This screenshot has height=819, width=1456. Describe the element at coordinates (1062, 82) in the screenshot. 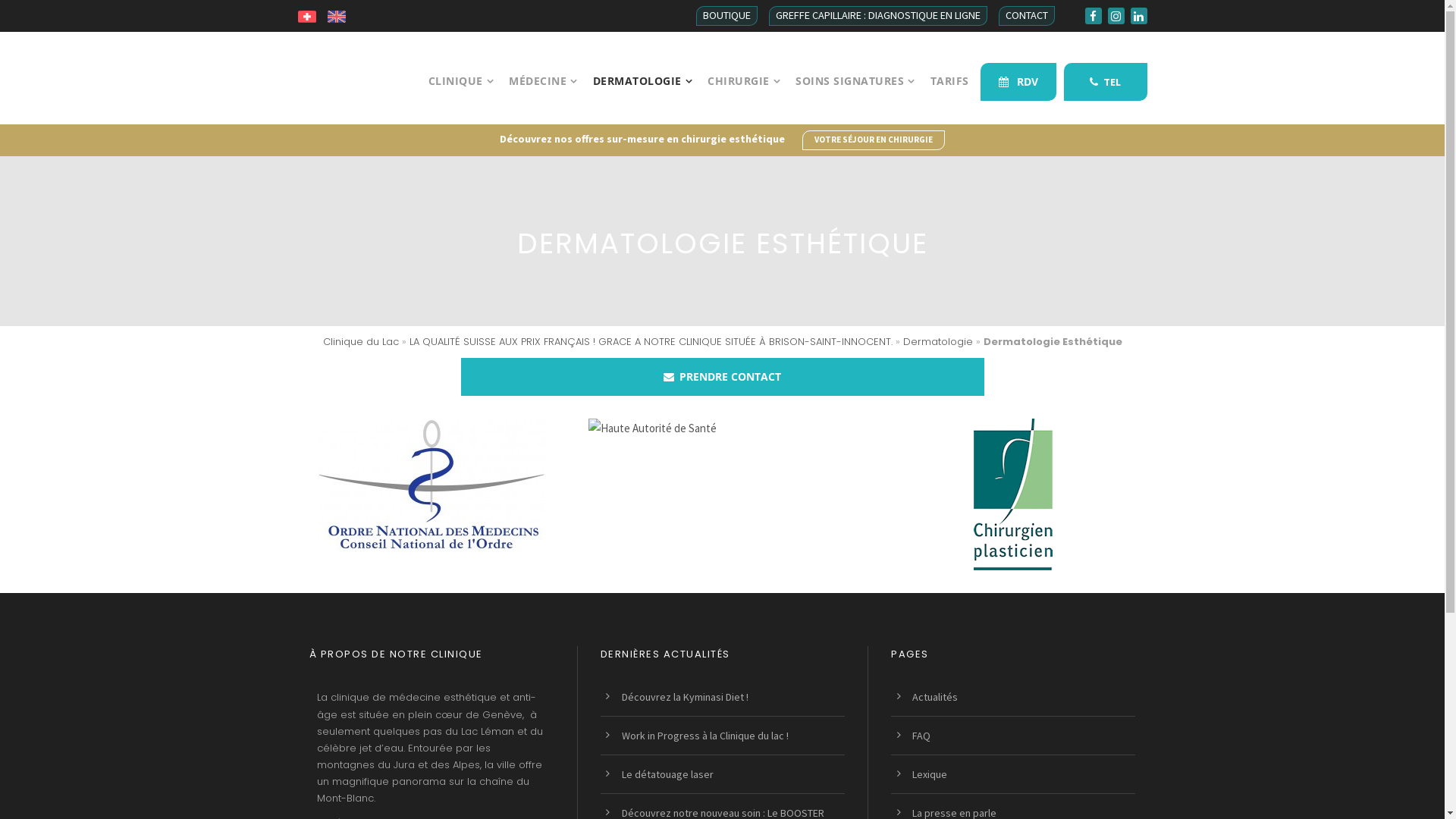

I see `'TEL'` at that location.